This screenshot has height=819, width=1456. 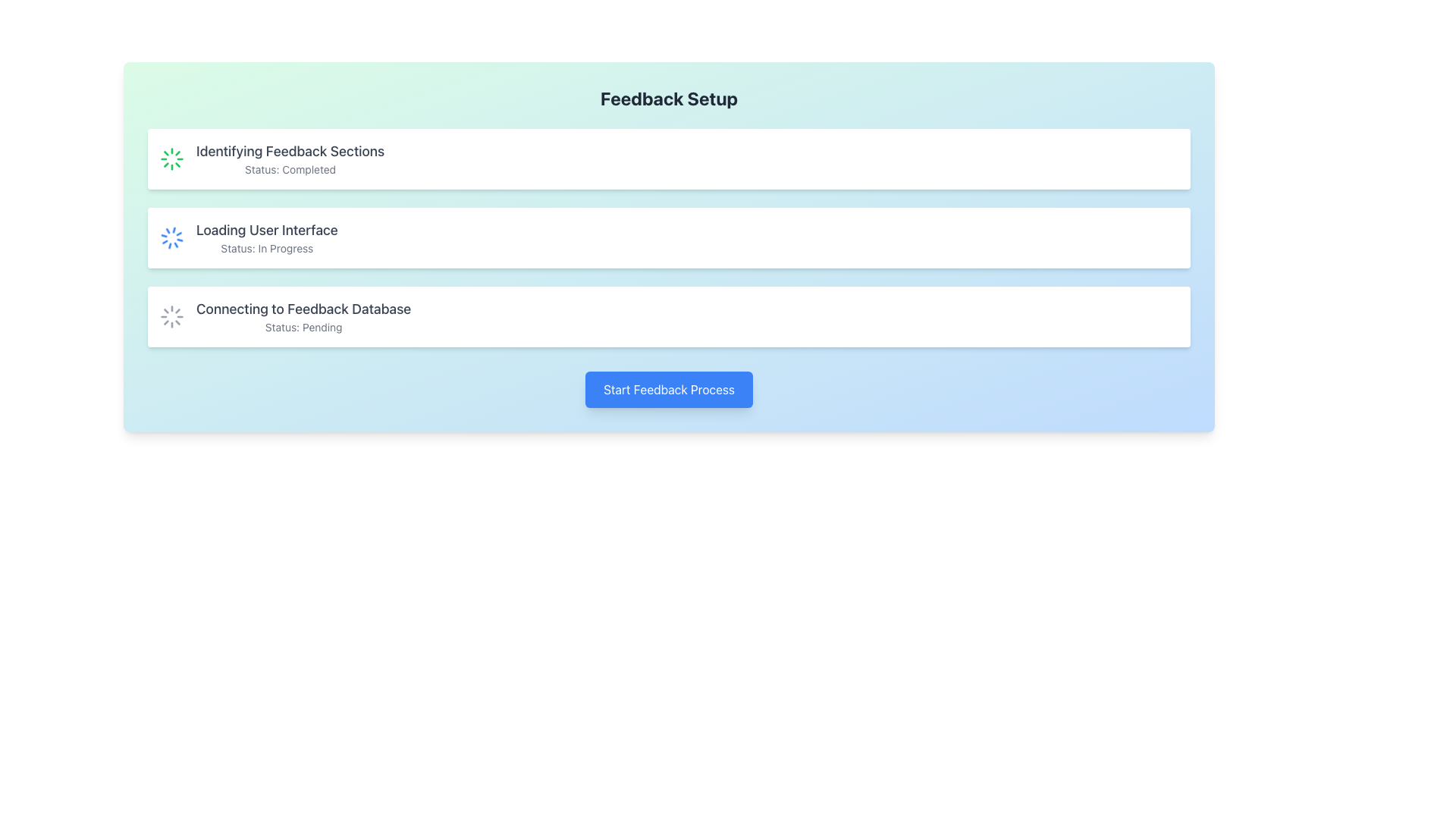 I want to click on the main action button located at the bottom center of the interface to initiate the feedback process, so click(x=668, y=388).